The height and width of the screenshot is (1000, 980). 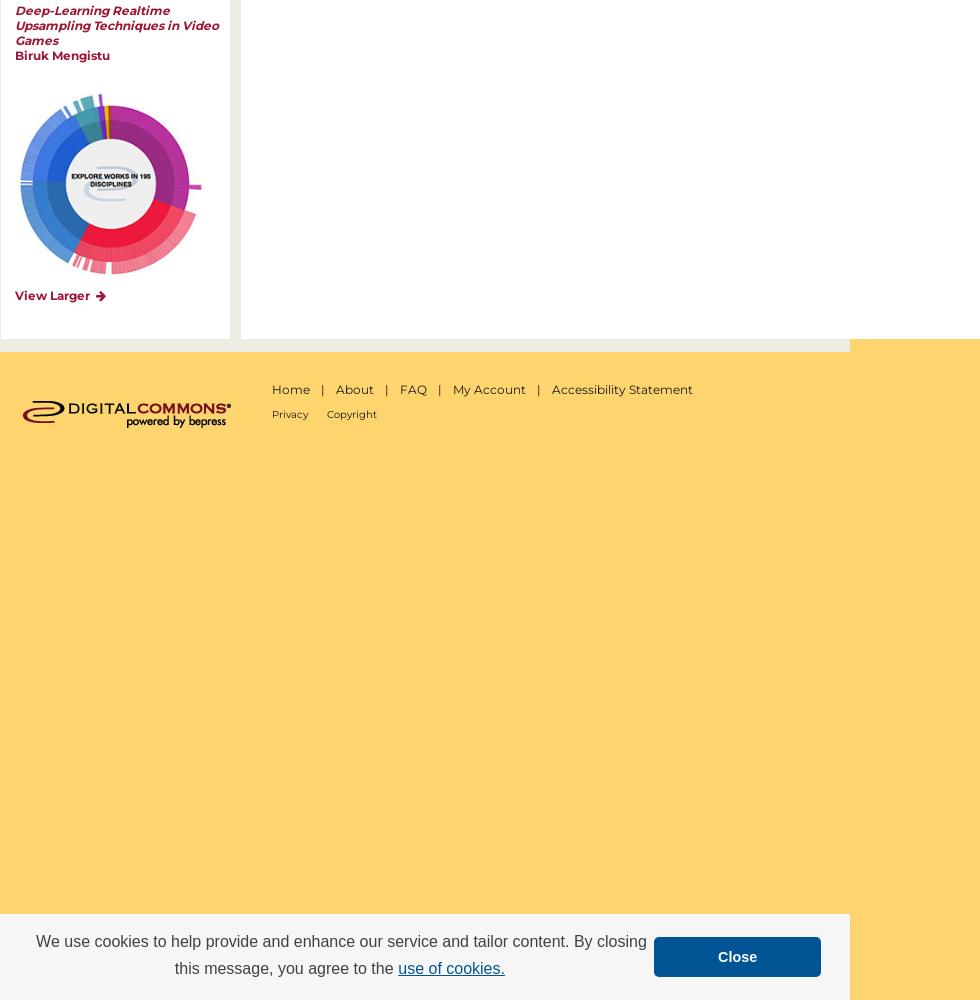 I want to click on 'Privacy', so click(x=289, y=414).